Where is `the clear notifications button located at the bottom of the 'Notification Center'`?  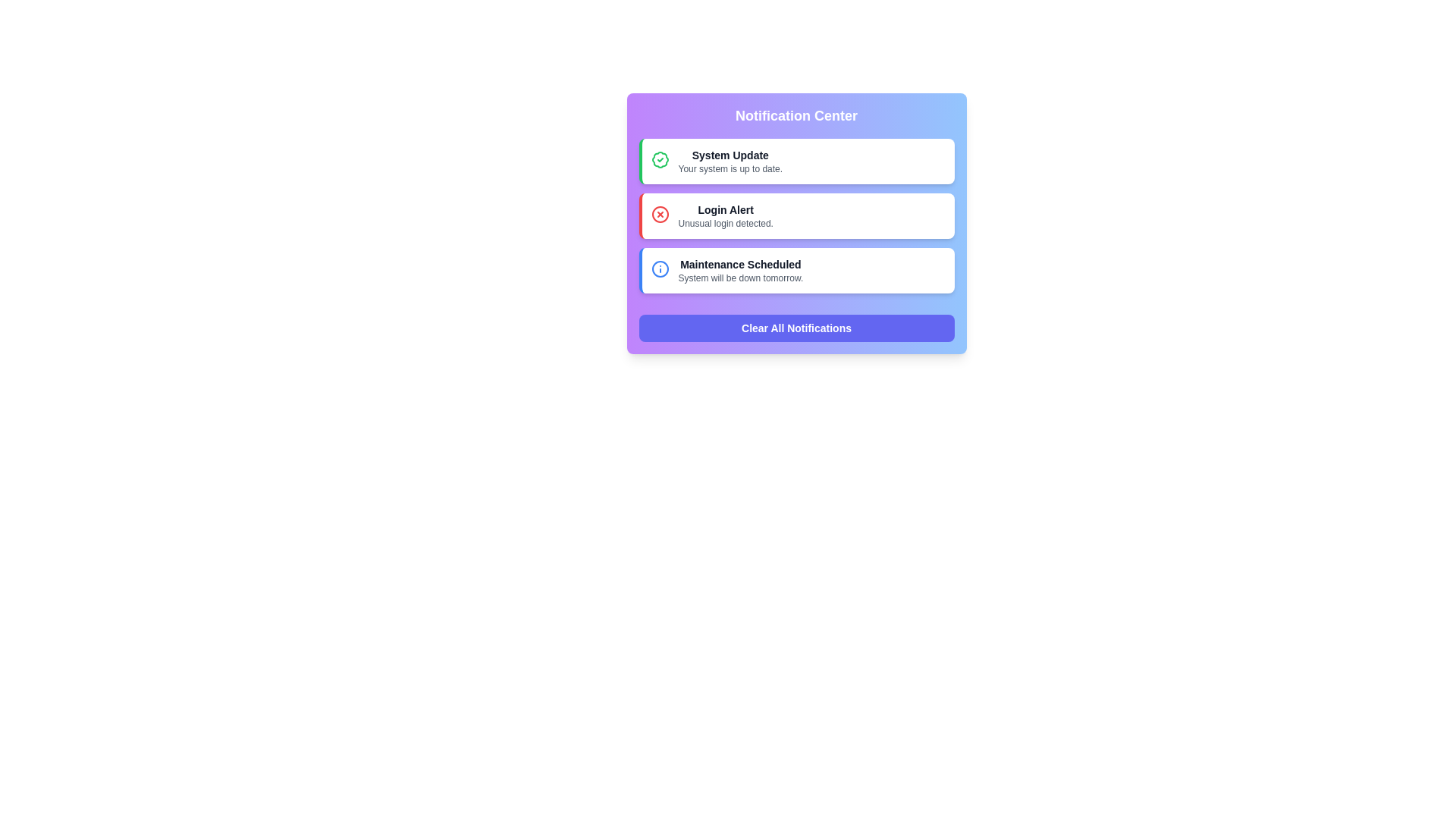
the clear notifications button located at the bottom of the 'Notification Center' is located at coordinates (795, 327).